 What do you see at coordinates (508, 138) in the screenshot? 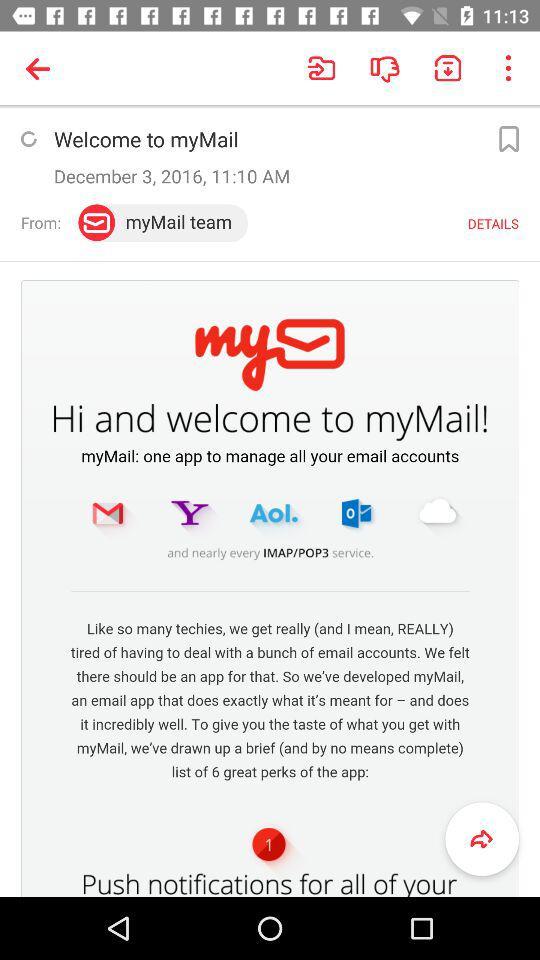
I see `more mail option` at bounding box center [508, 138].